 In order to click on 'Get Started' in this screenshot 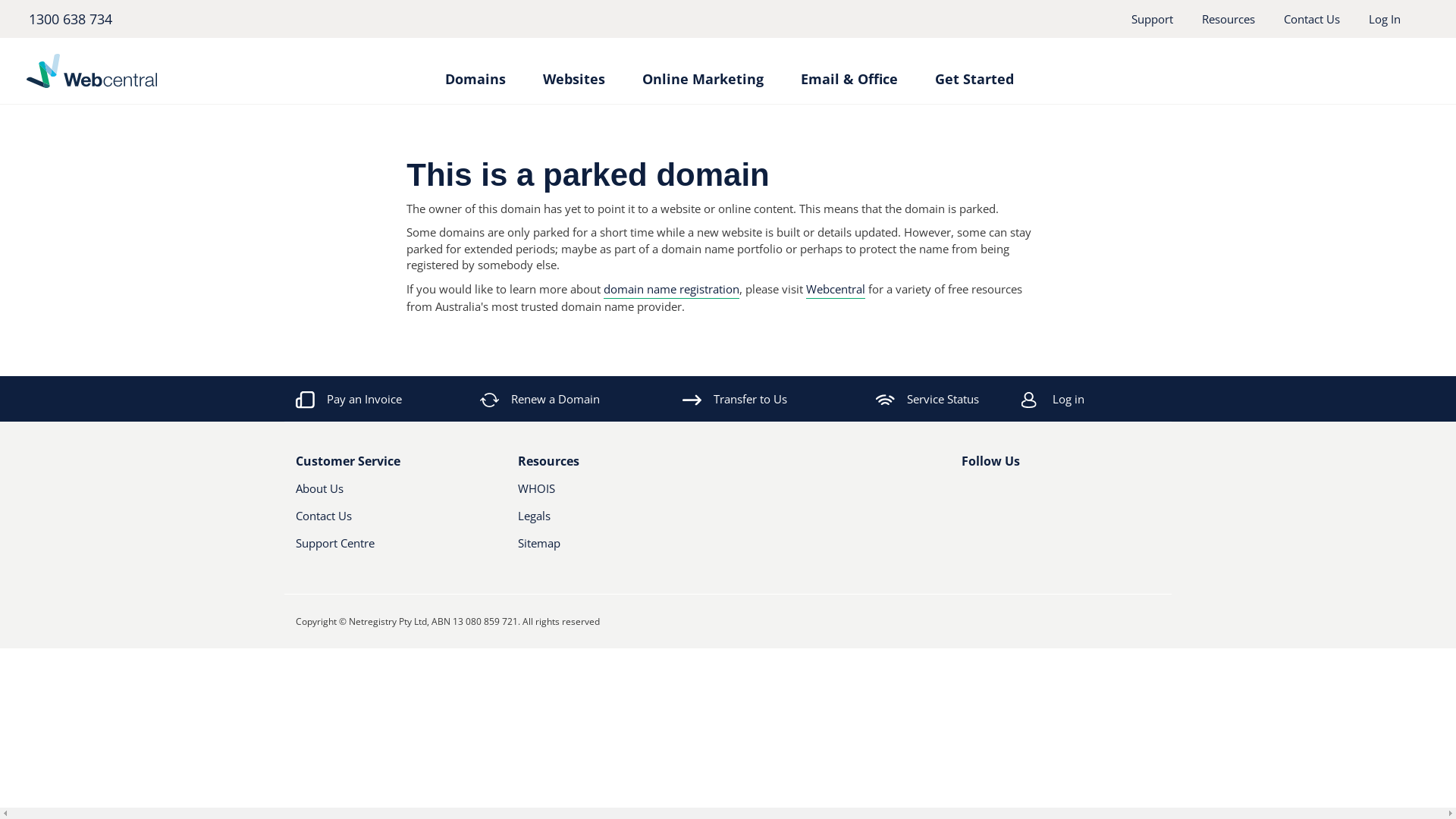, I will do `click(934, 71)`.